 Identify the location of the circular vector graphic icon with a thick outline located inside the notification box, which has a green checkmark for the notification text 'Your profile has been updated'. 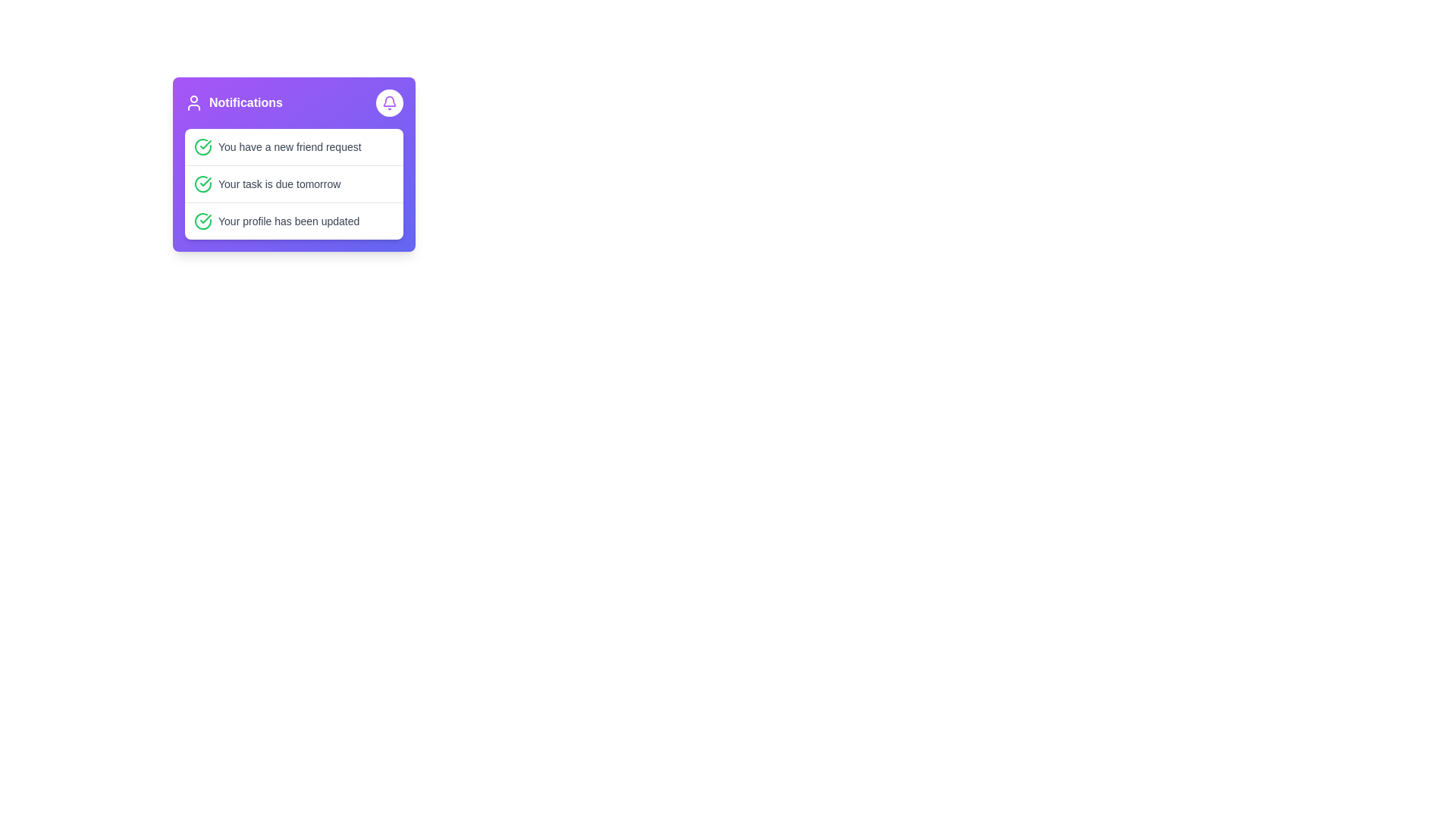
(202, 221).